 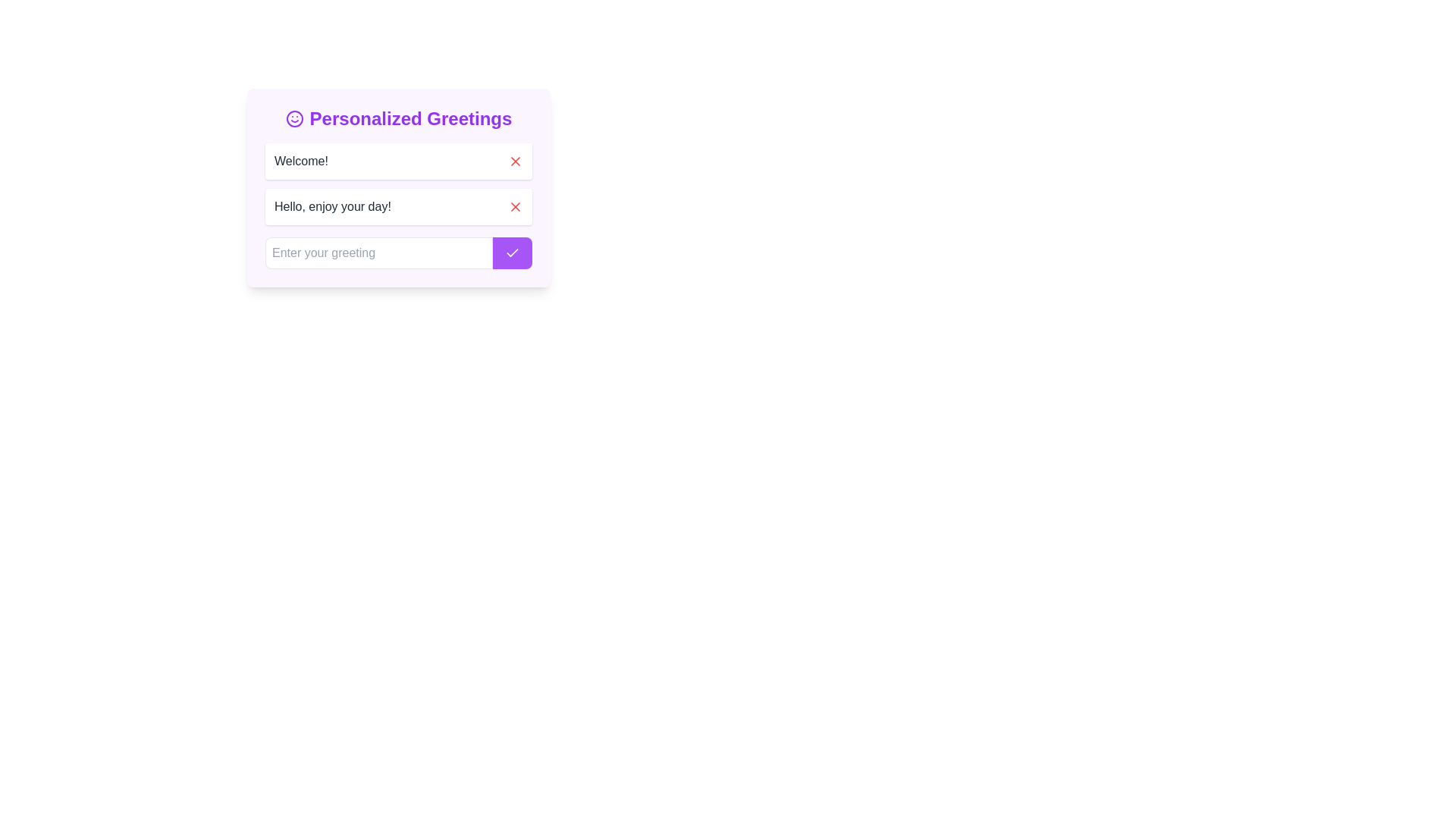 I want to click on the Decorative icon, which is a circular smiling face with a purple outline, located at the top left corner of the 'Personalized Greetings' header text, so click(x=294, y=118).